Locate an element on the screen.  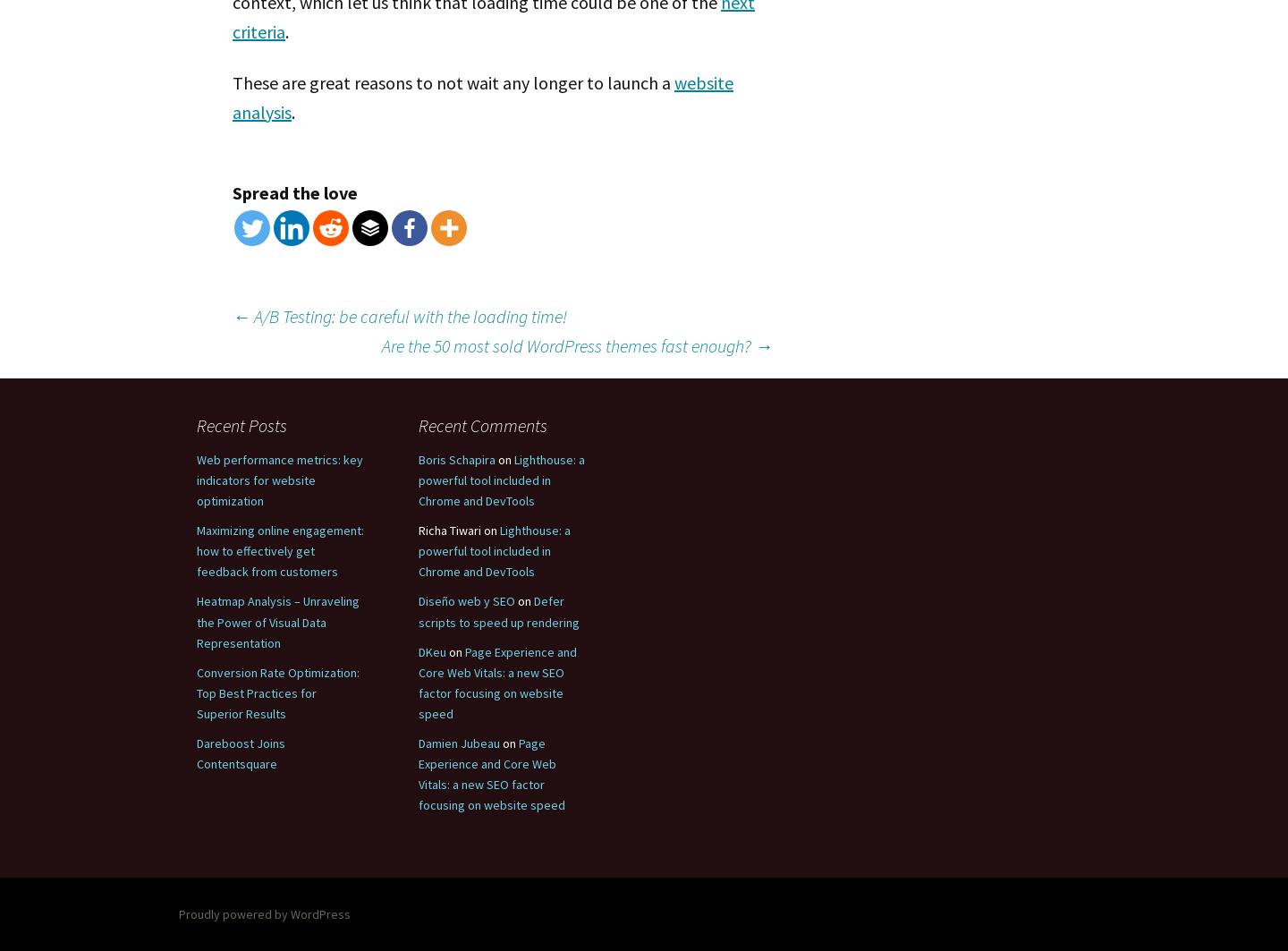
'A/B Testing: be careful with the loading time!' is located at coordinates (409, 315).